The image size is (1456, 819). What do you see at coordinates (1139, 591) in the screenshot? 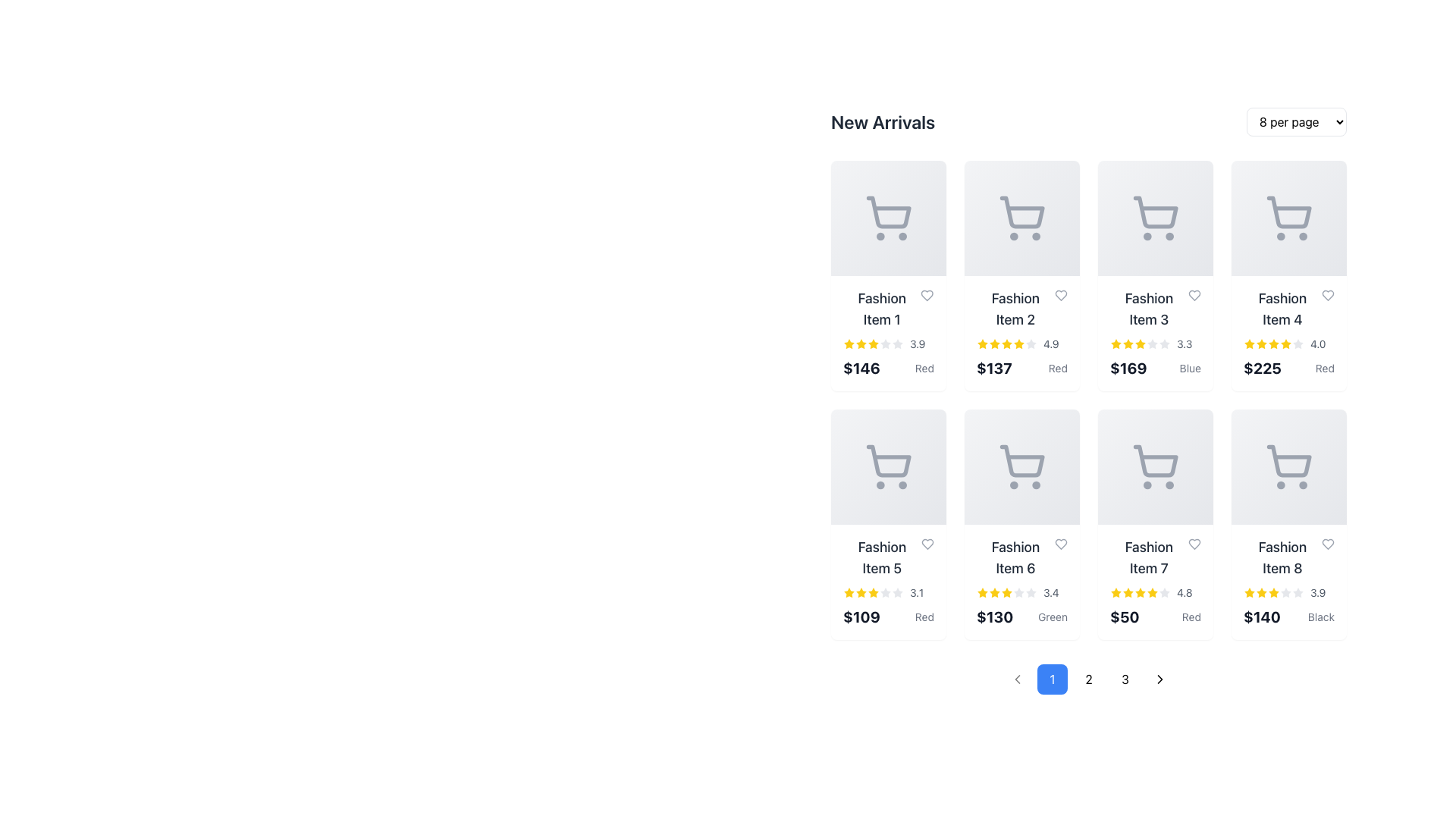
I see `the filled star-shaped icon used for rating associated with 'Fashion Item 7', which is the fourth star in a row of five-star rating icons` at bounding box center [1139, 591].